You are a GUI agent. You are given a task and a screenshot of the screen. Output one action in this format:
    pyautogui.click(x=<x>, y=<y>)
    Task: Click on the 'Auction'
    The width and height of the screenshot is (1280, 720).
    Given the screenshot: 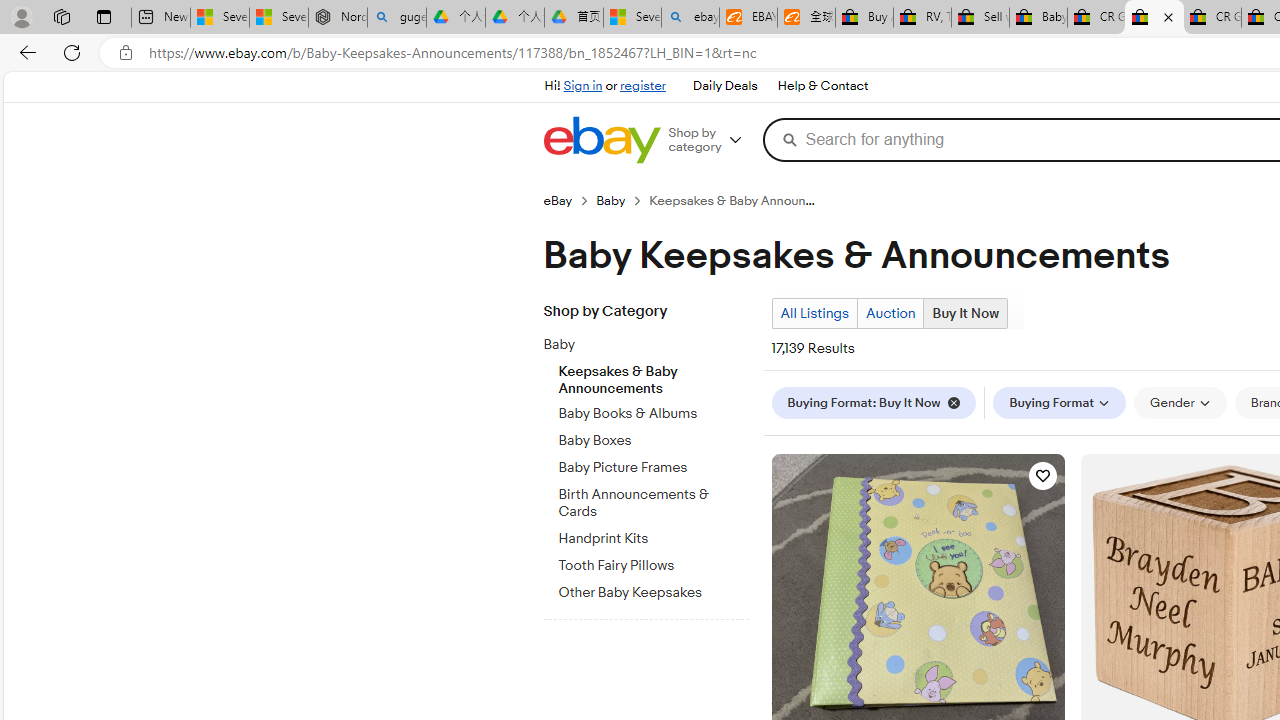 What is the action you would take?
    pyautogui.click(x=889, y=313)
    